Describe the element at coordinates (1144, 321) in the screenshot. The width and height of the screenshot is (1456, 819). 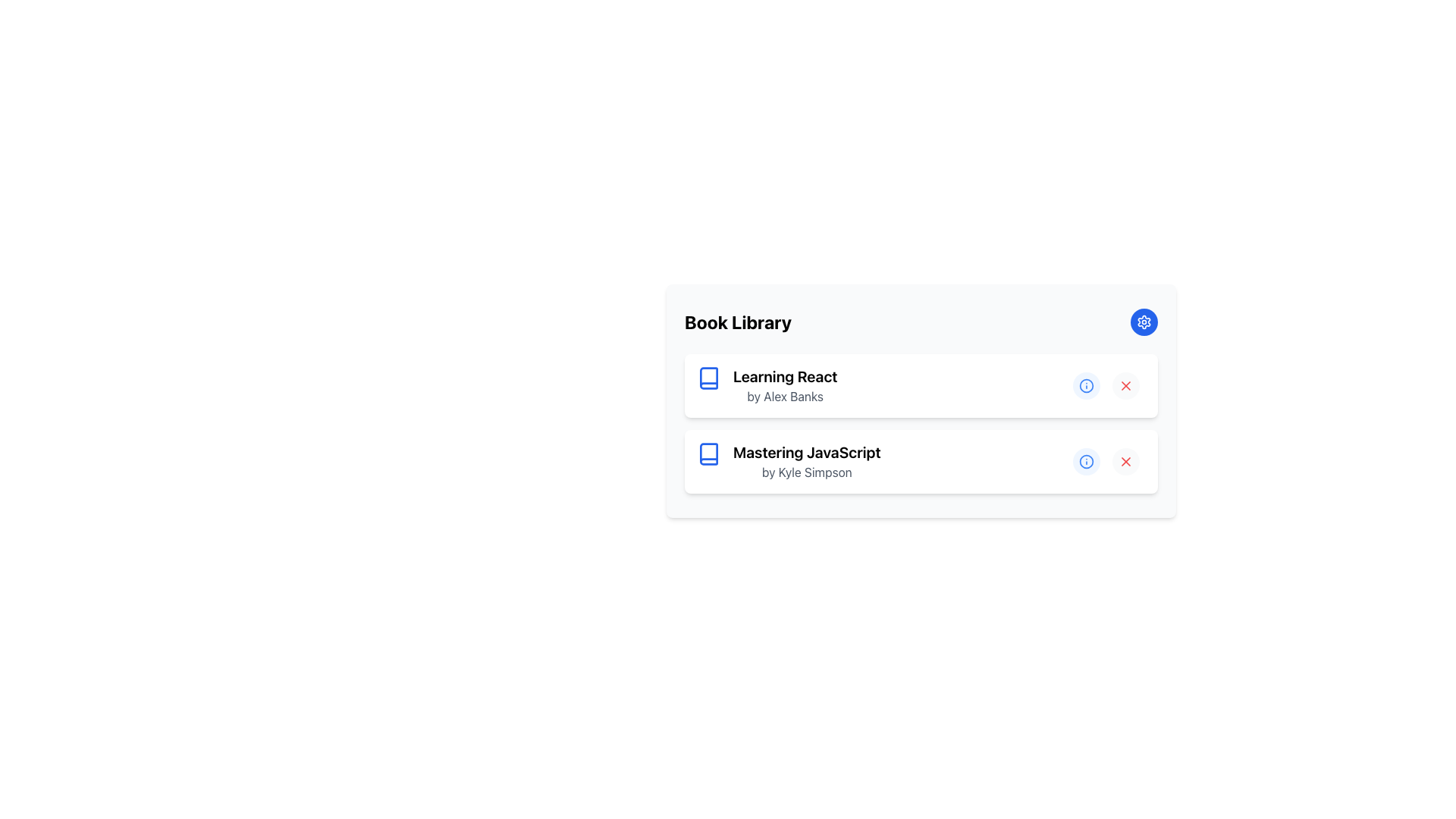
I see `the circular blue settings button with a white gear icon located in the top-right corner of the 'Book Library' section` at that location.